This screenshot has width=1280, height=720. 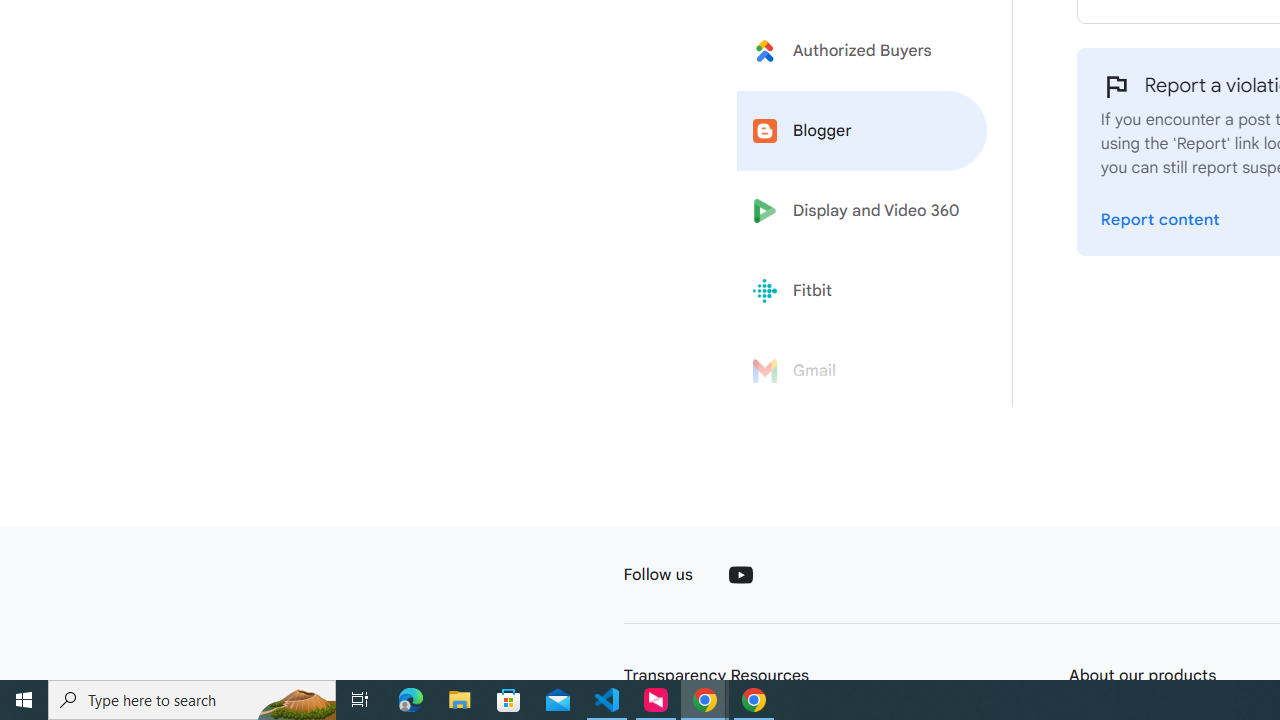 What do you see at coordinates (509, 698) in the screenshot?
I see `'Microsoft Store'` at bounding box center [509, 698].